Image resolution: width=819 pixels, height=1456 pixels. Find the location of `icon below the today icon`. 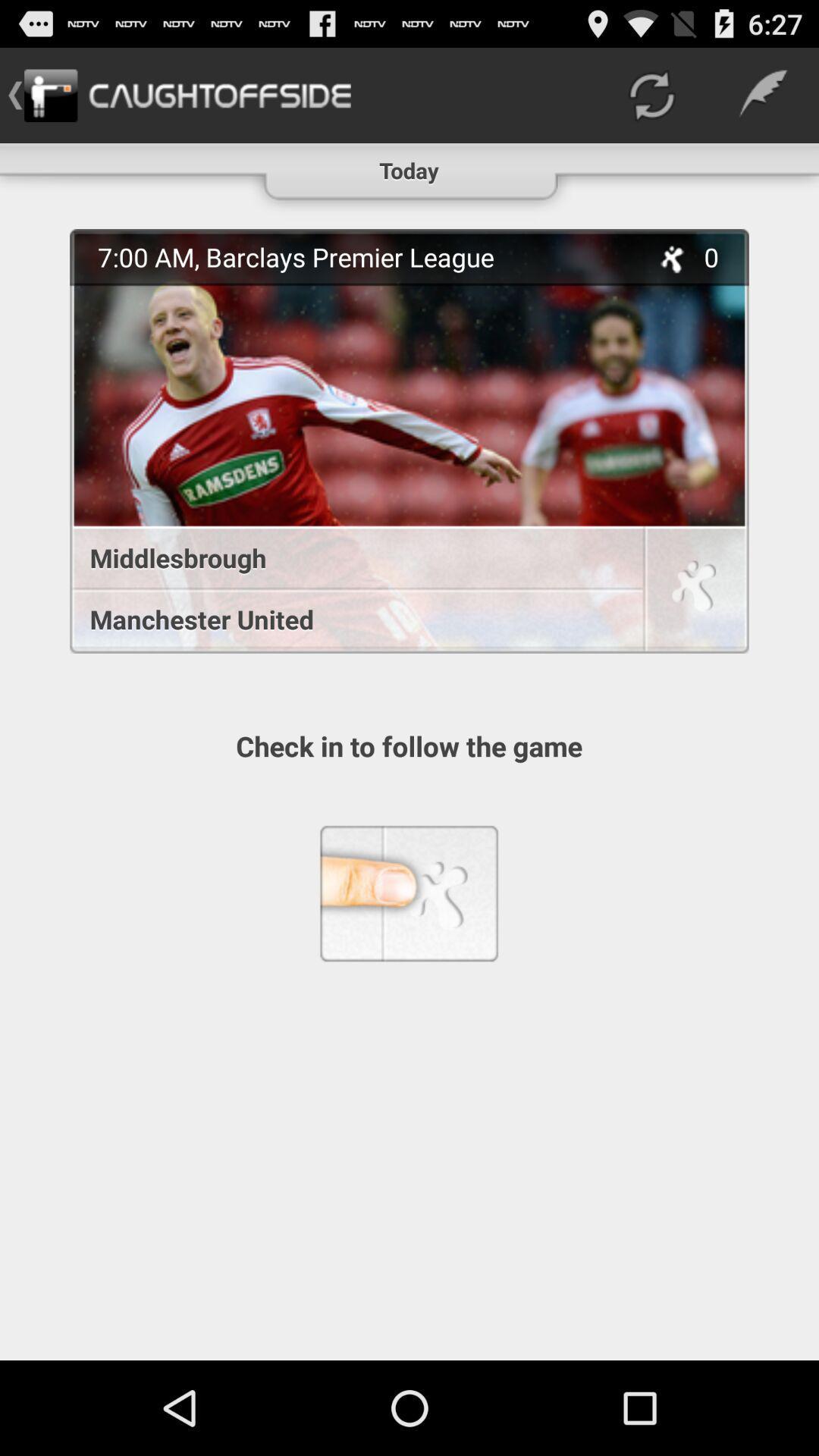

icon below the today icon is located at coordinates (409, 440).